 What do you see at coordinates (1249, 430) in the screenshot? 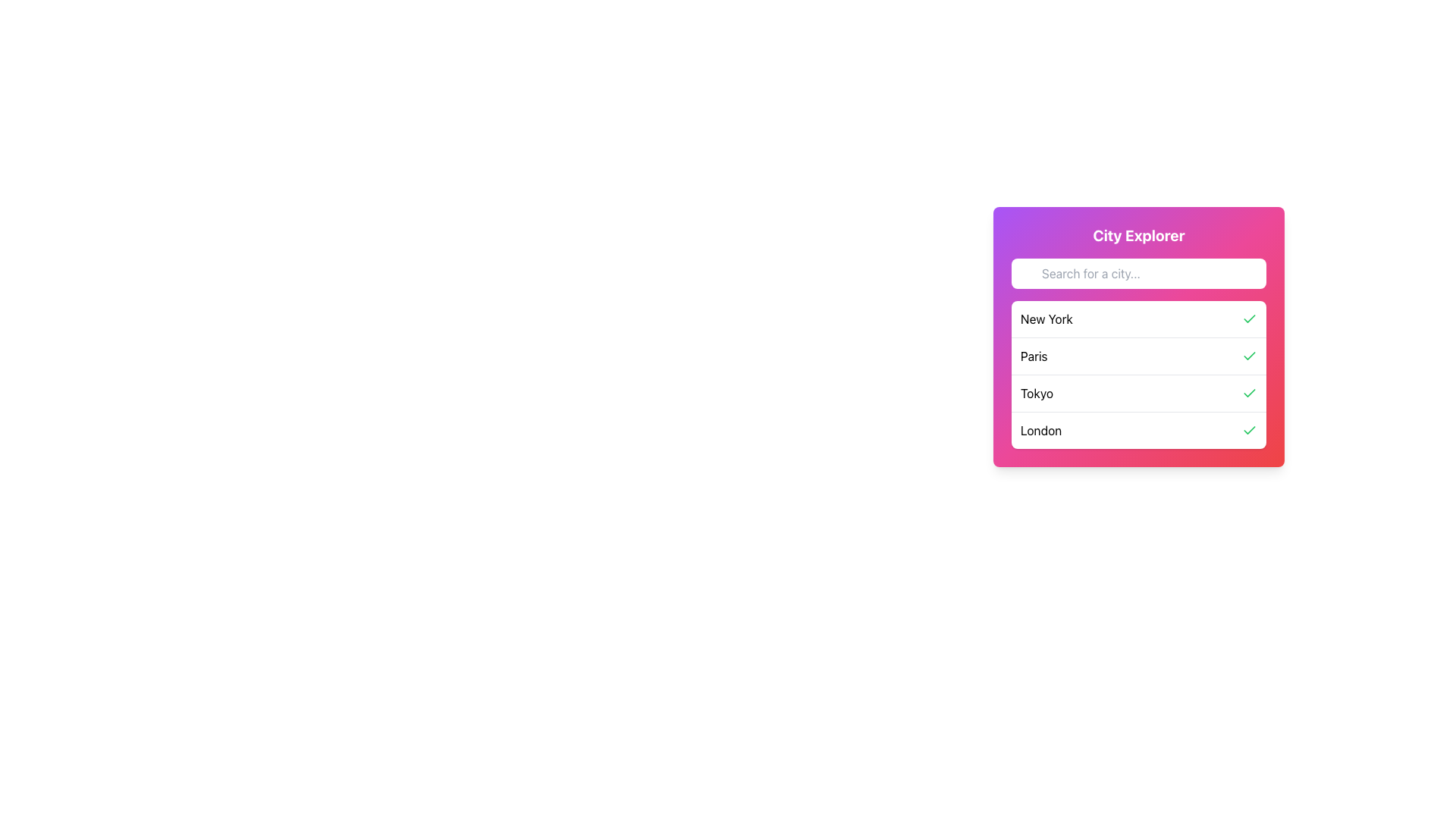
I see `the active selection icon indicating the 'London' option in the list, which is located on the far right end of the row labeled 'London'` at bounding box center [1249, 430].